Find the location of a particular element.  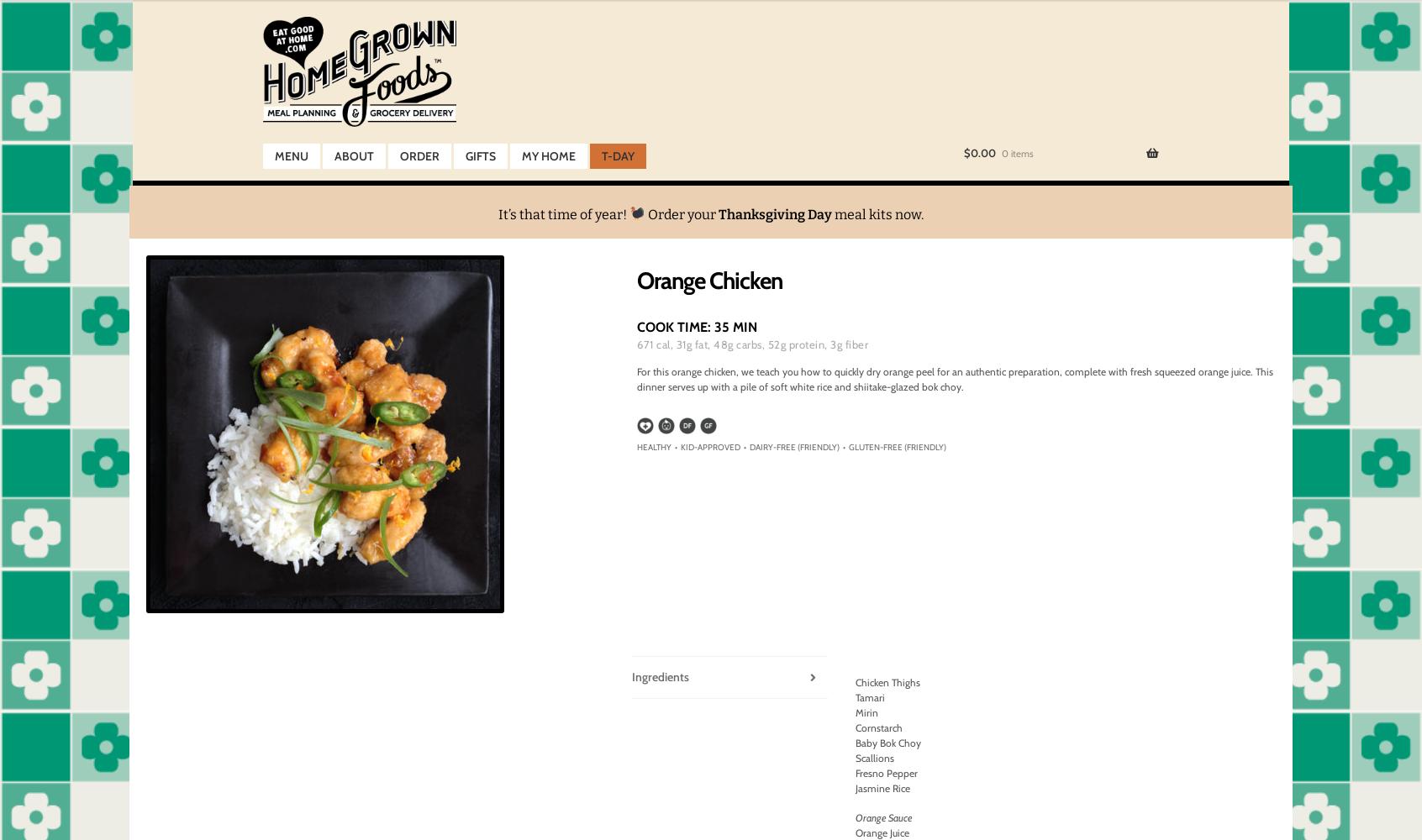

'Fresno Pepper' is located at coordinates (885, 773).